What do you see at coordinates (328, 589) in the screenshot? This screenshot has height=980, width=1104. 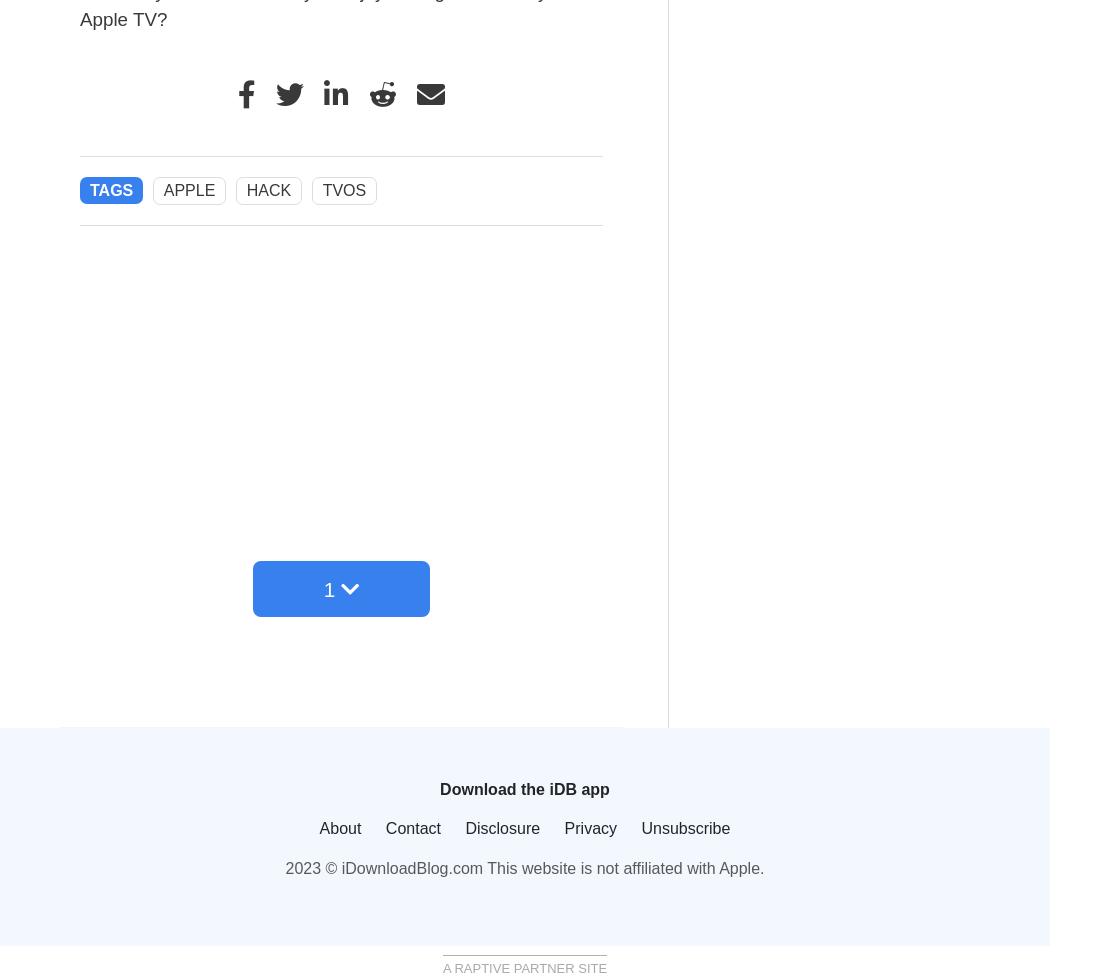 I see `'1'` at bounding box center [328, 589].